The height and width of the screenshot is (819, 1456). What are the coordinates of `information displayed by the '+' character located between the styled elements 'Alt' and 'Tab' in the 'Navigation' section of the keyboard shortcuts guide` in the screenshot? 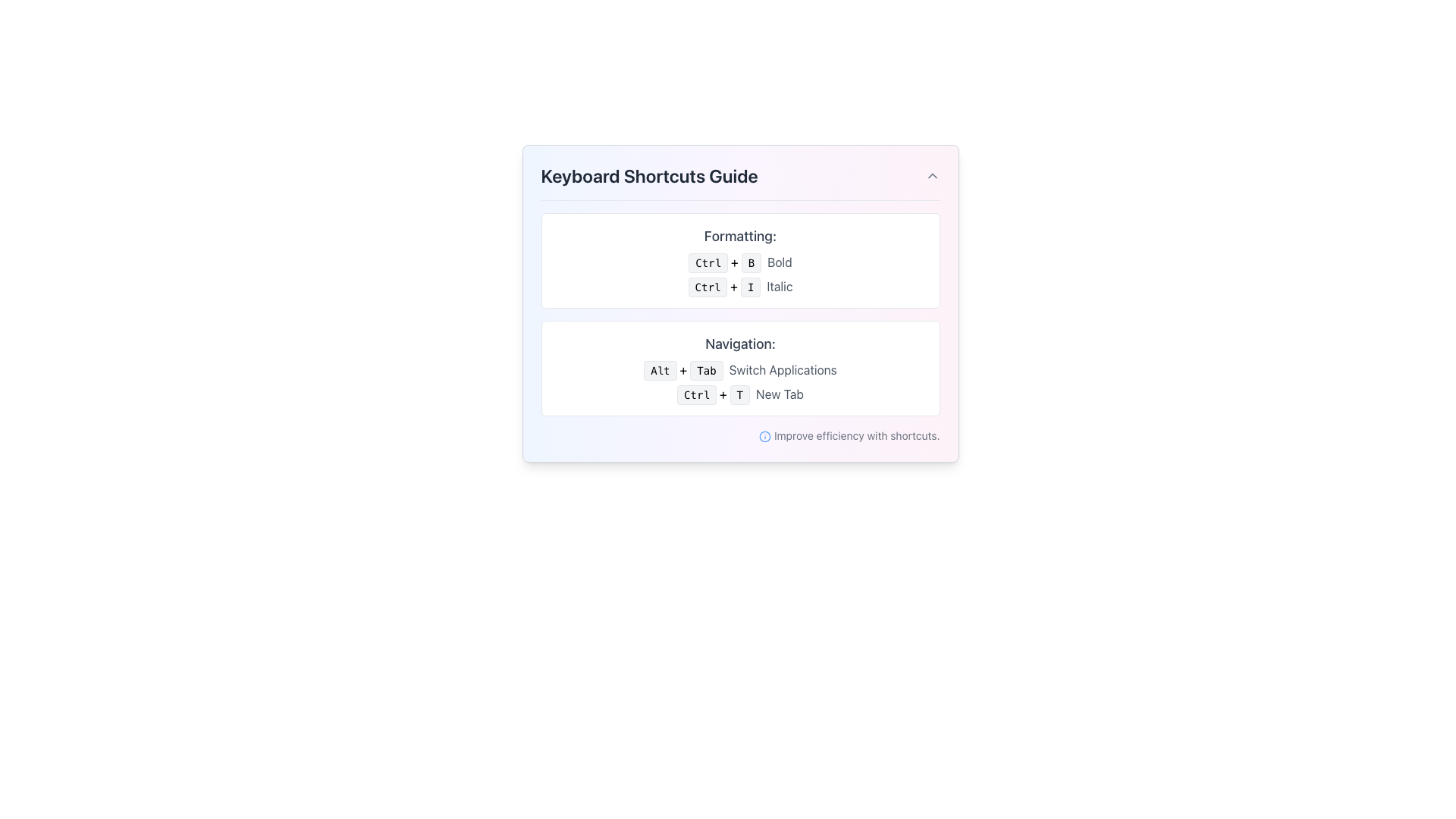 It's located at (682, 370).